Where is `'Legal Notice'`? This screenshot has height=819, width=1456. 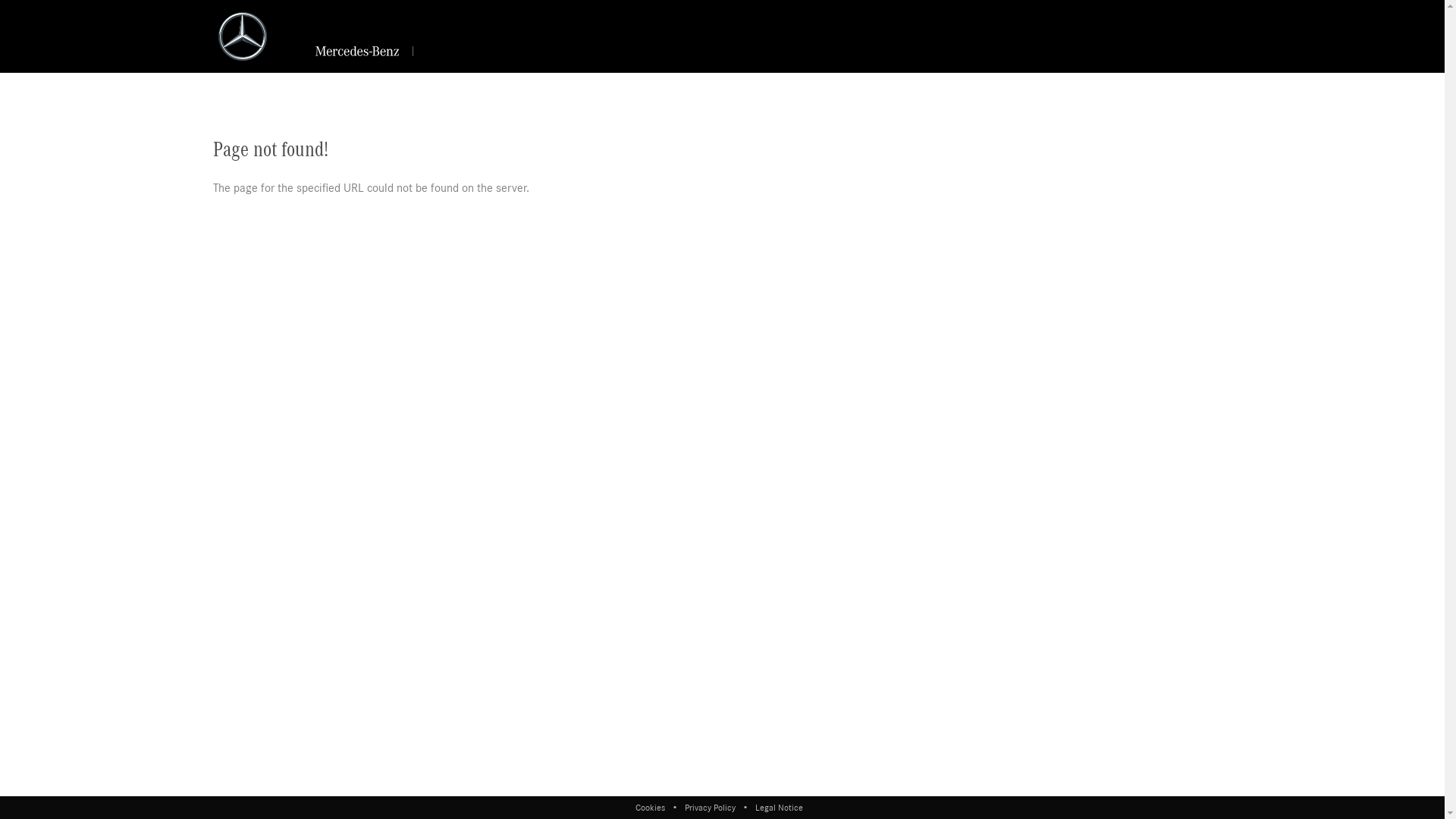 'Legal Notice' is located at coordinates (778, 806).